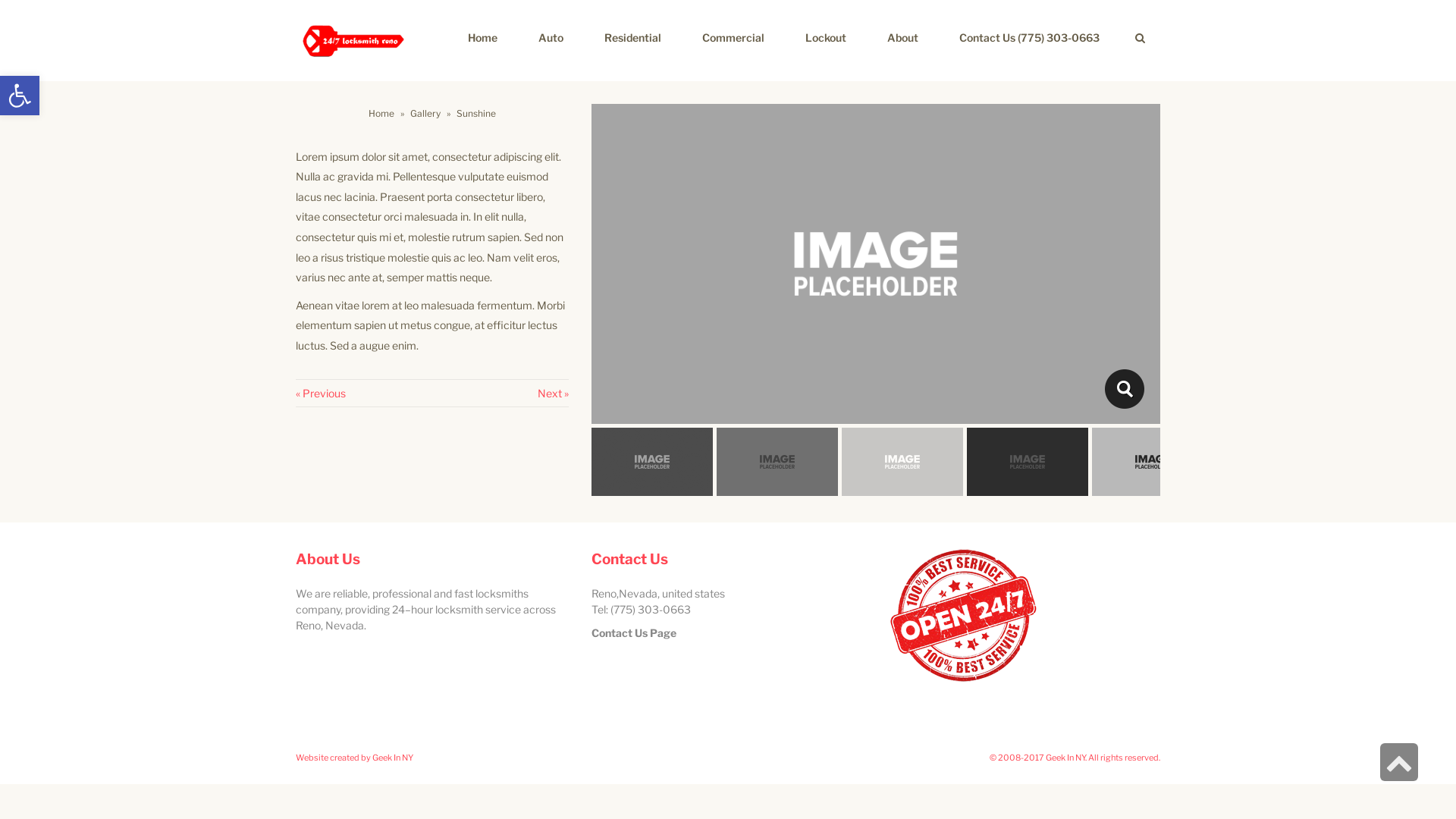 This screenshot has width=1456, height=819. I want to click on 'Gallery', so click(425, 112).